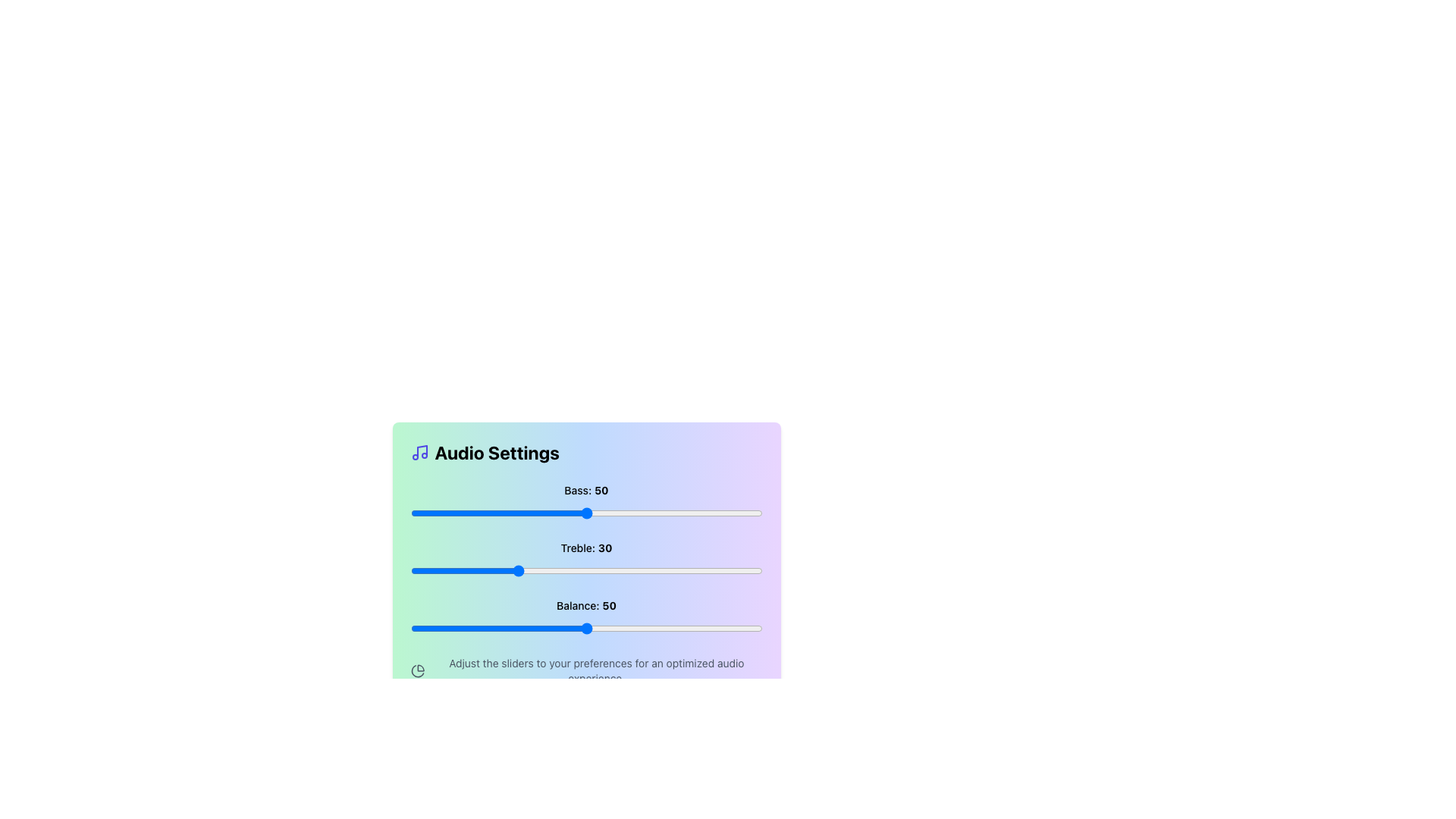 The width and height of the screenshot is (1456, 819). Describe the element at coordinates (611, 629) in the screenshot. I see `the balance` at that location.